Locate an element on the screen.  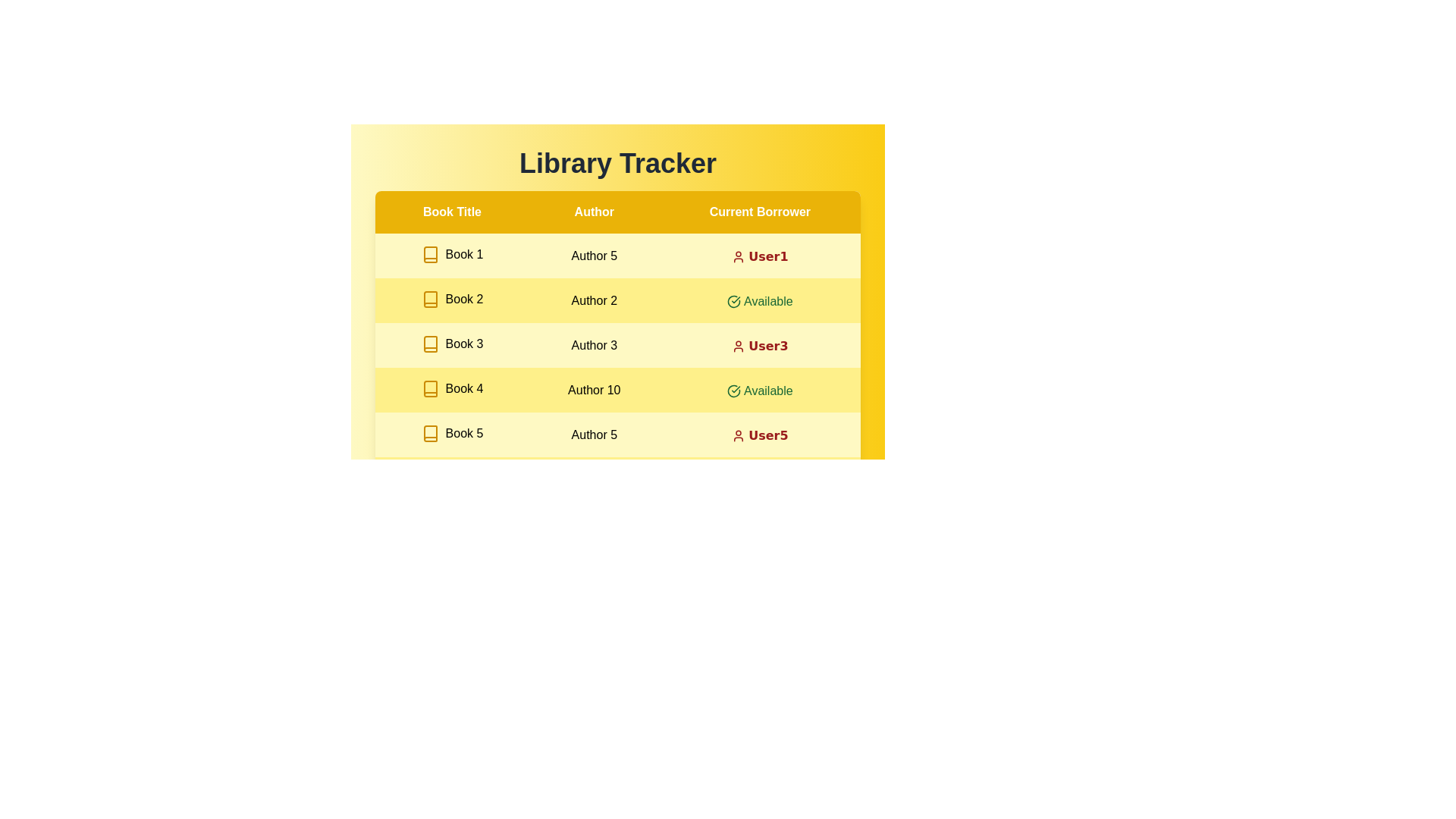
the icon for user of Book 1 to access additional information is located at coordinates (739, 256).